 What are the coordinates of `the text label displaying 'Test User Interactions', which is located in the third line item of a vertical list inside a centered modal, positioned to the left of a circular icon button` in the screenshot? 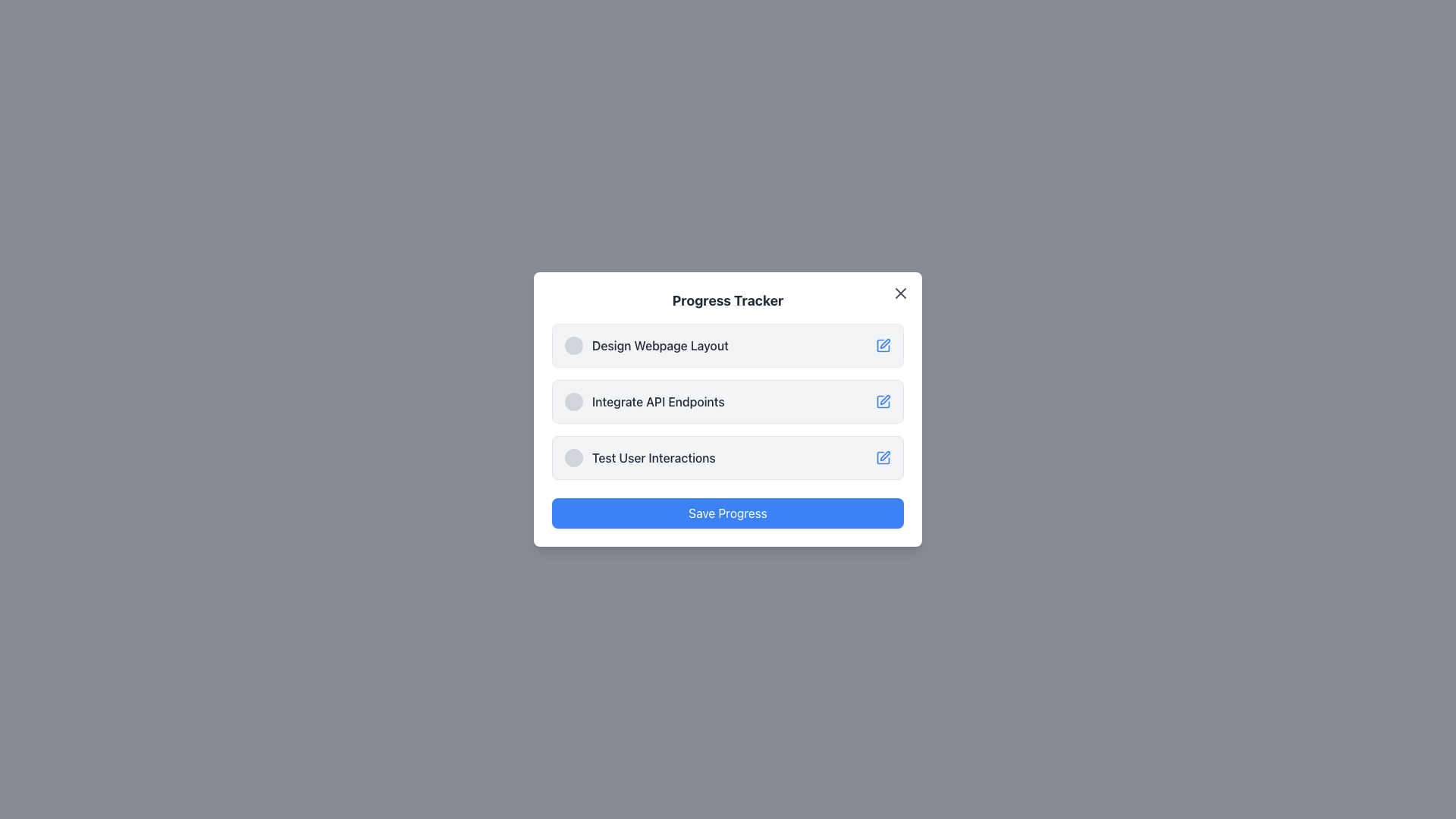 It's located at (654, 457).